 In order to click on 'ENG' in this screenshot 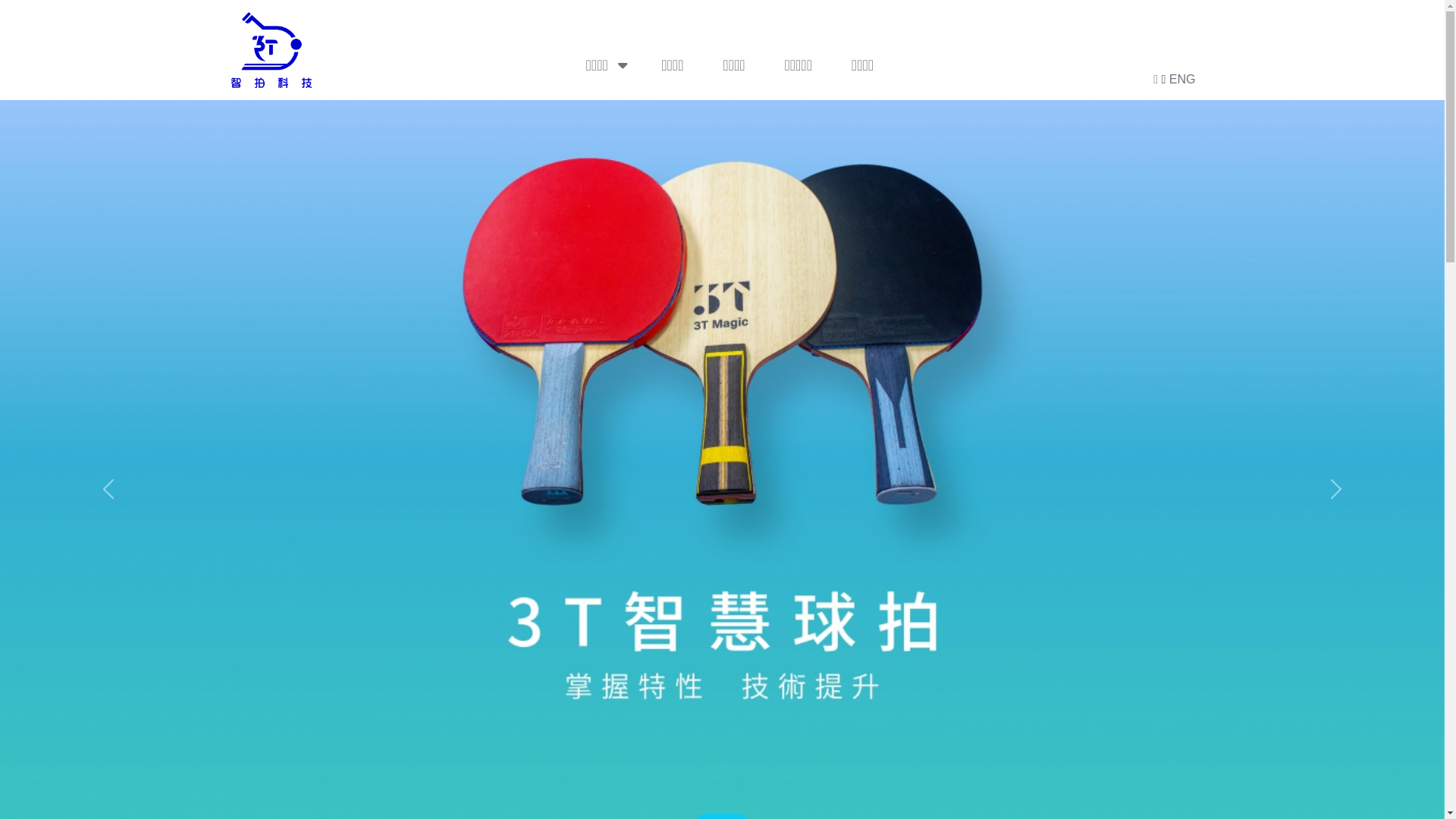, I will do `click(1181, 79)`.